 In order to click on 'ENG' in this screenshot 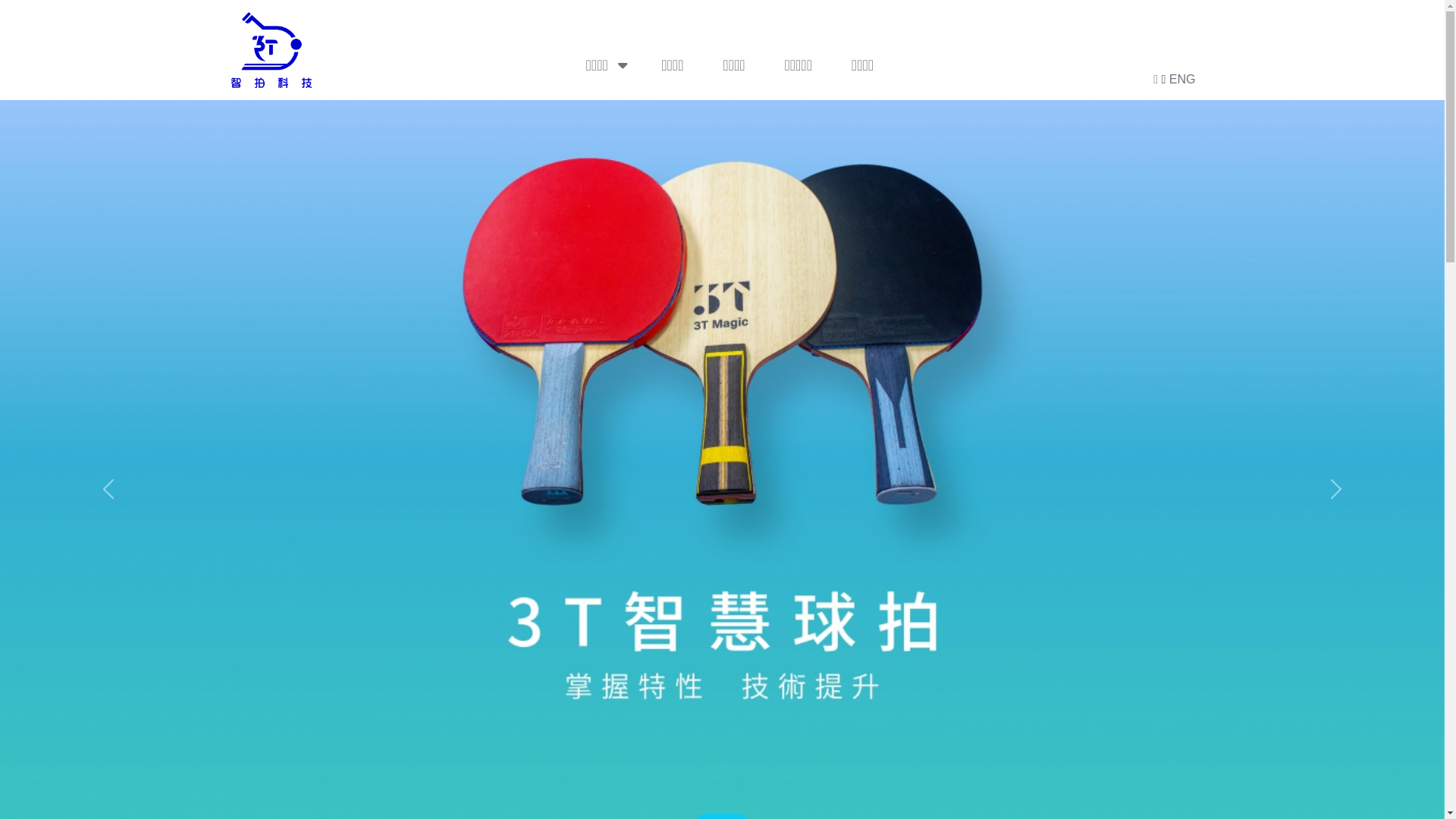, I will do `click(1181, 79)`.